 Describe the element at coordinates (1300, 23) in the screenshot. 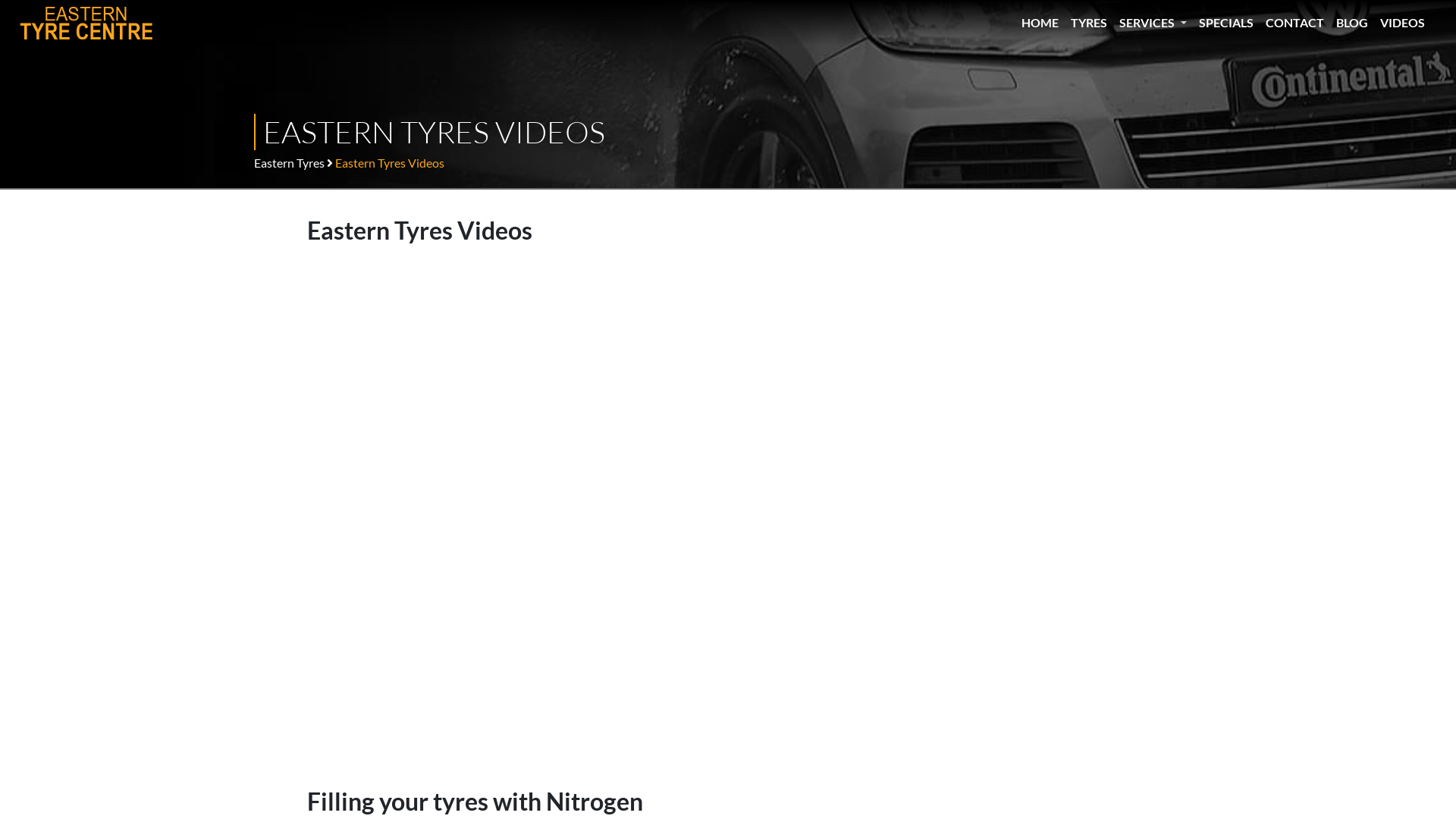

I see `'CONTACT'` at that location.